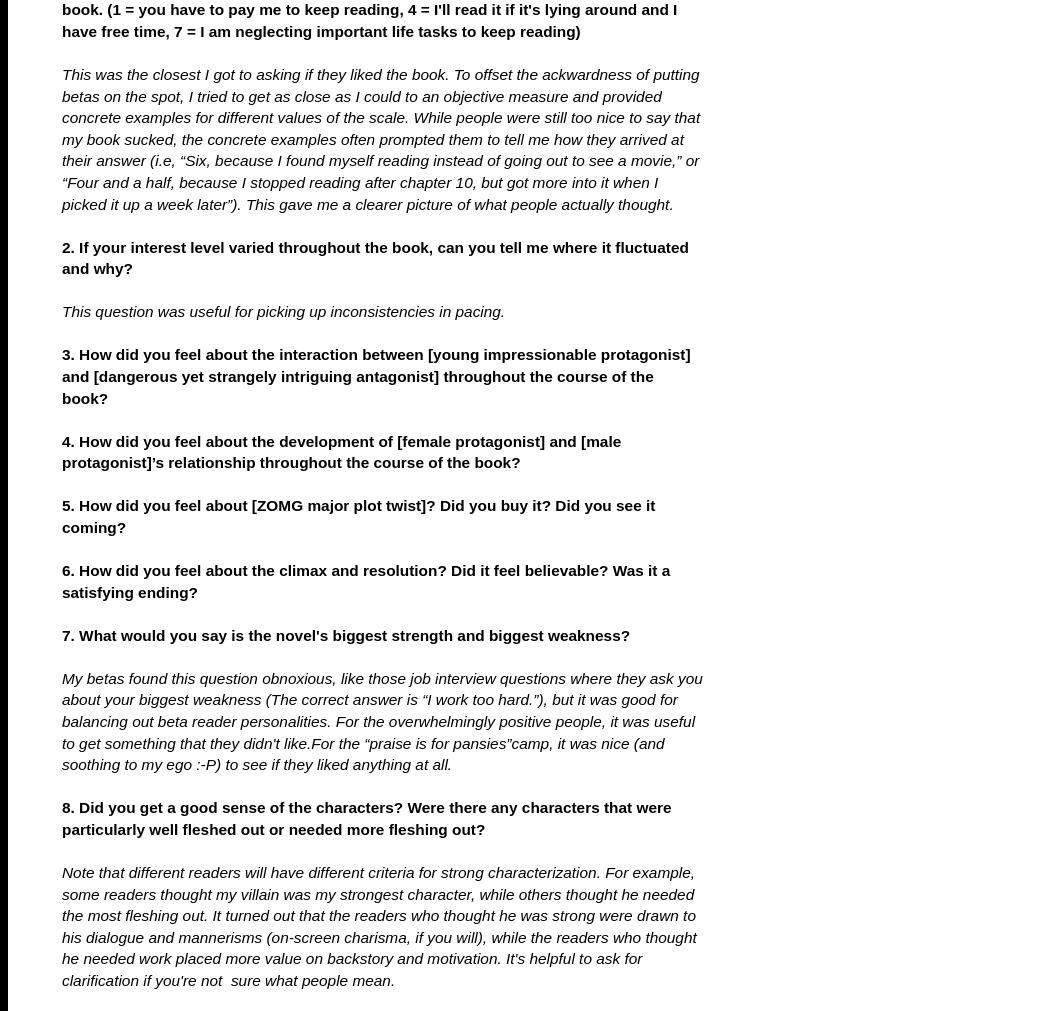  What do you see at coordinates (374, 257) in the screenshot?
I see `'2.  If your interest level varied throughout the book, can you tell me where it fluctuated and why?'` at bounding box center [374, 257].